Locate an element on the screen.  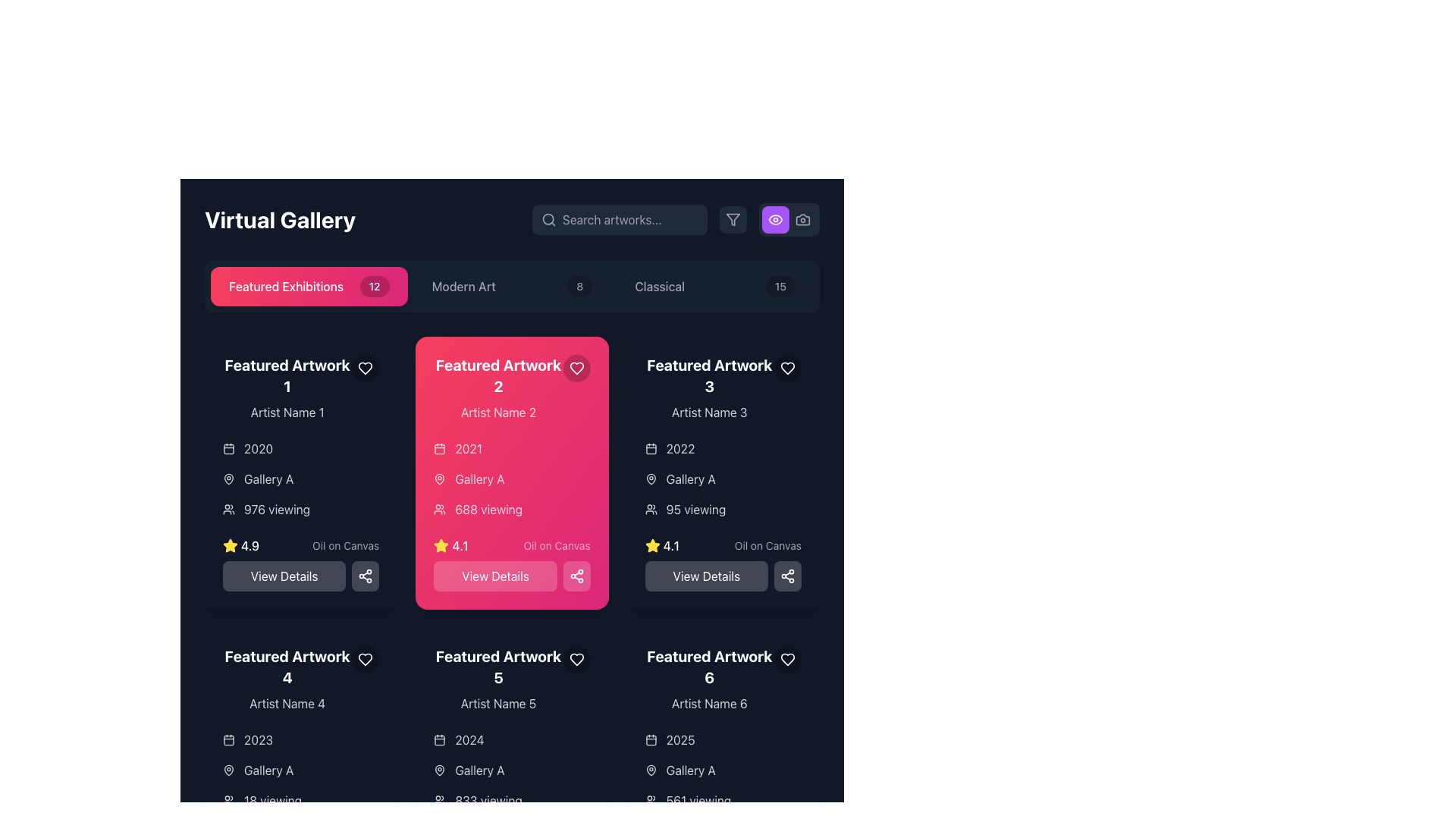
the 'Modern Art' text label in the navigation bar, which is located between 'Featured Exhibitions' and another numerical label is located at coordinates (463, 287).